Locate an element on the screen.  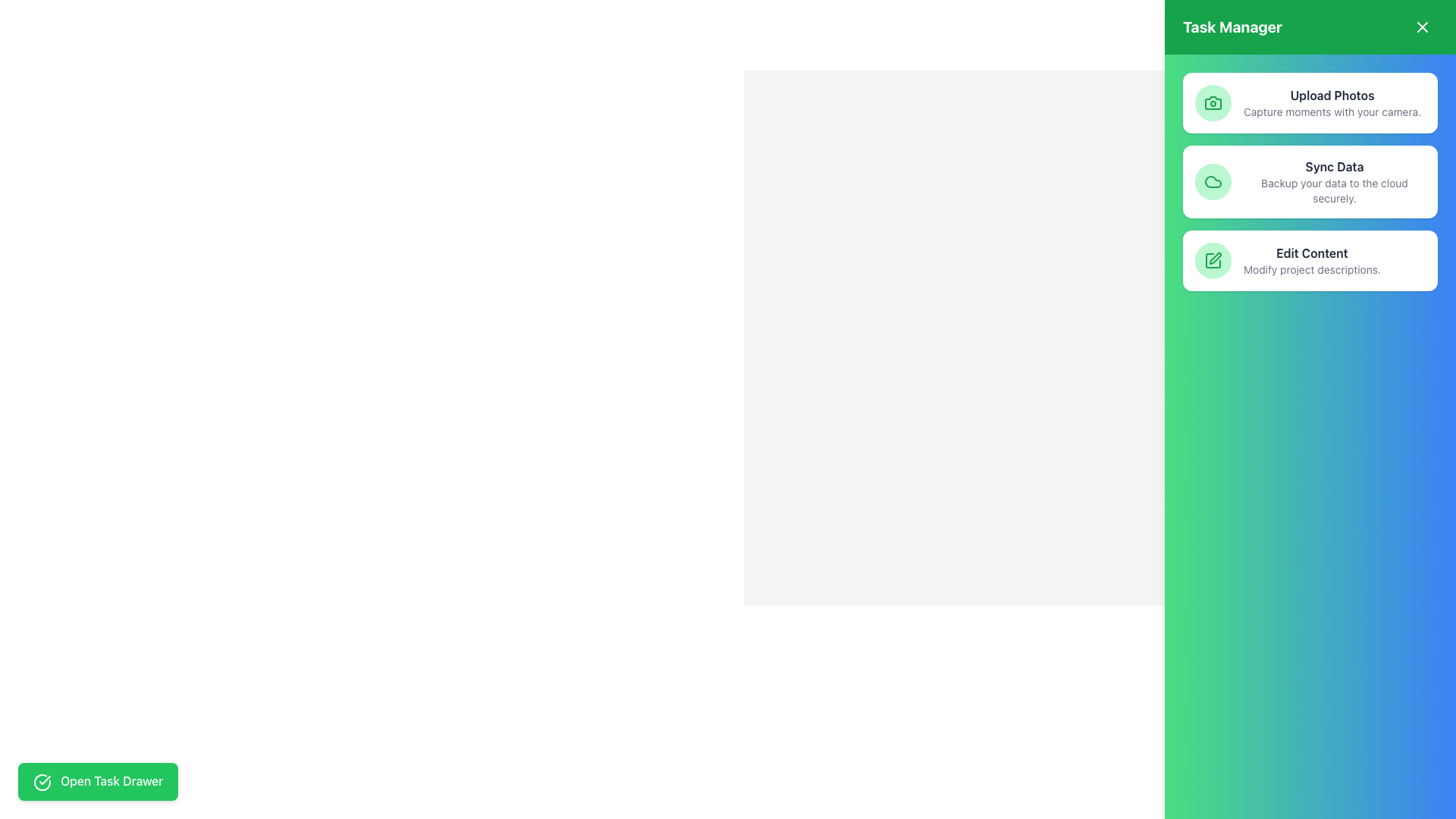
the text label reading 'Capture moments with your camera.' which is located beneath the bold 'Upload Photos' text in the 'Task Manager' navigation card is located at coordinates (1332, 111).